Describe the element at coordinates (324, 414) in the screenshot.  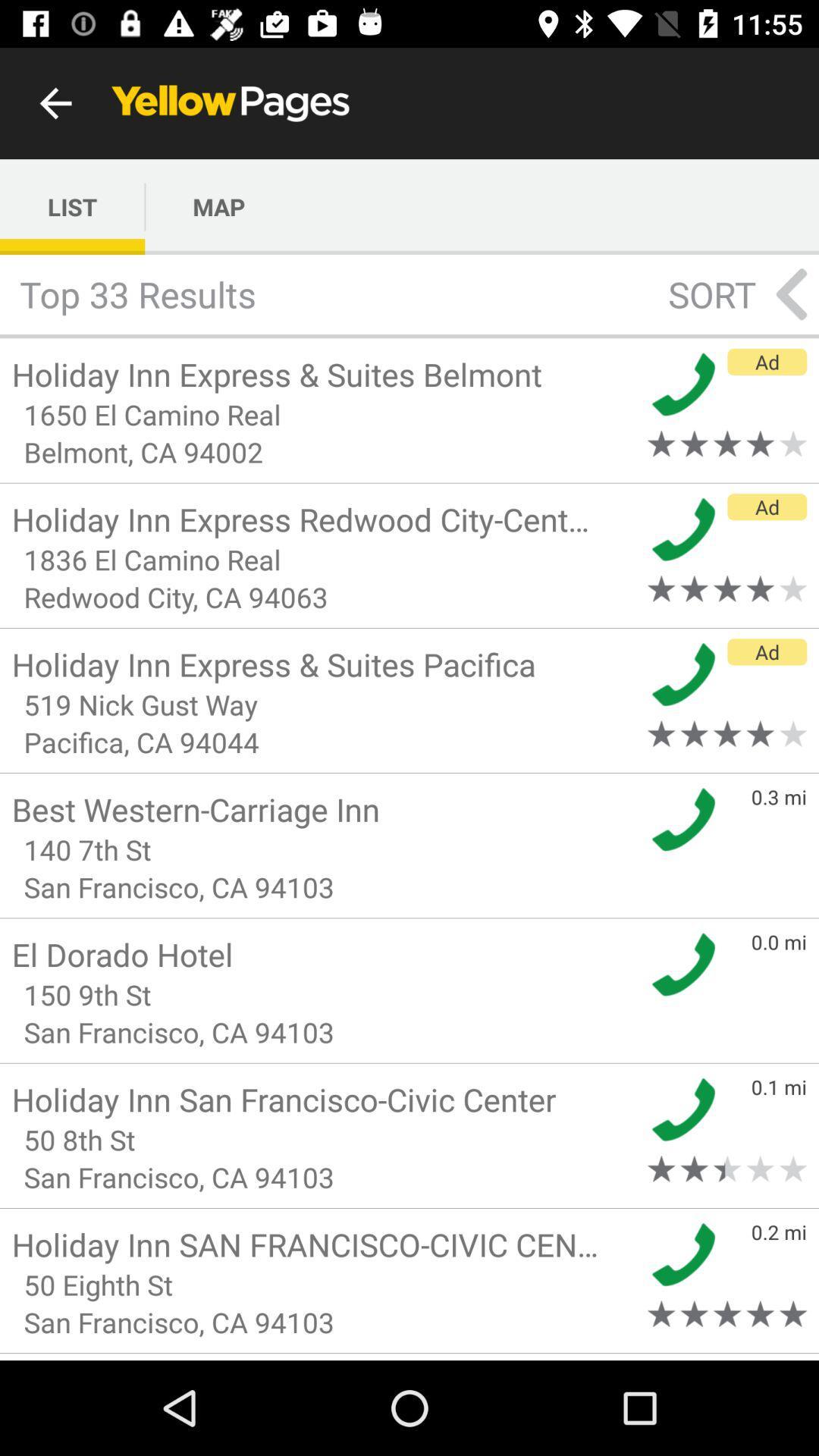
I see `item below holiday inn express icon` at that location.